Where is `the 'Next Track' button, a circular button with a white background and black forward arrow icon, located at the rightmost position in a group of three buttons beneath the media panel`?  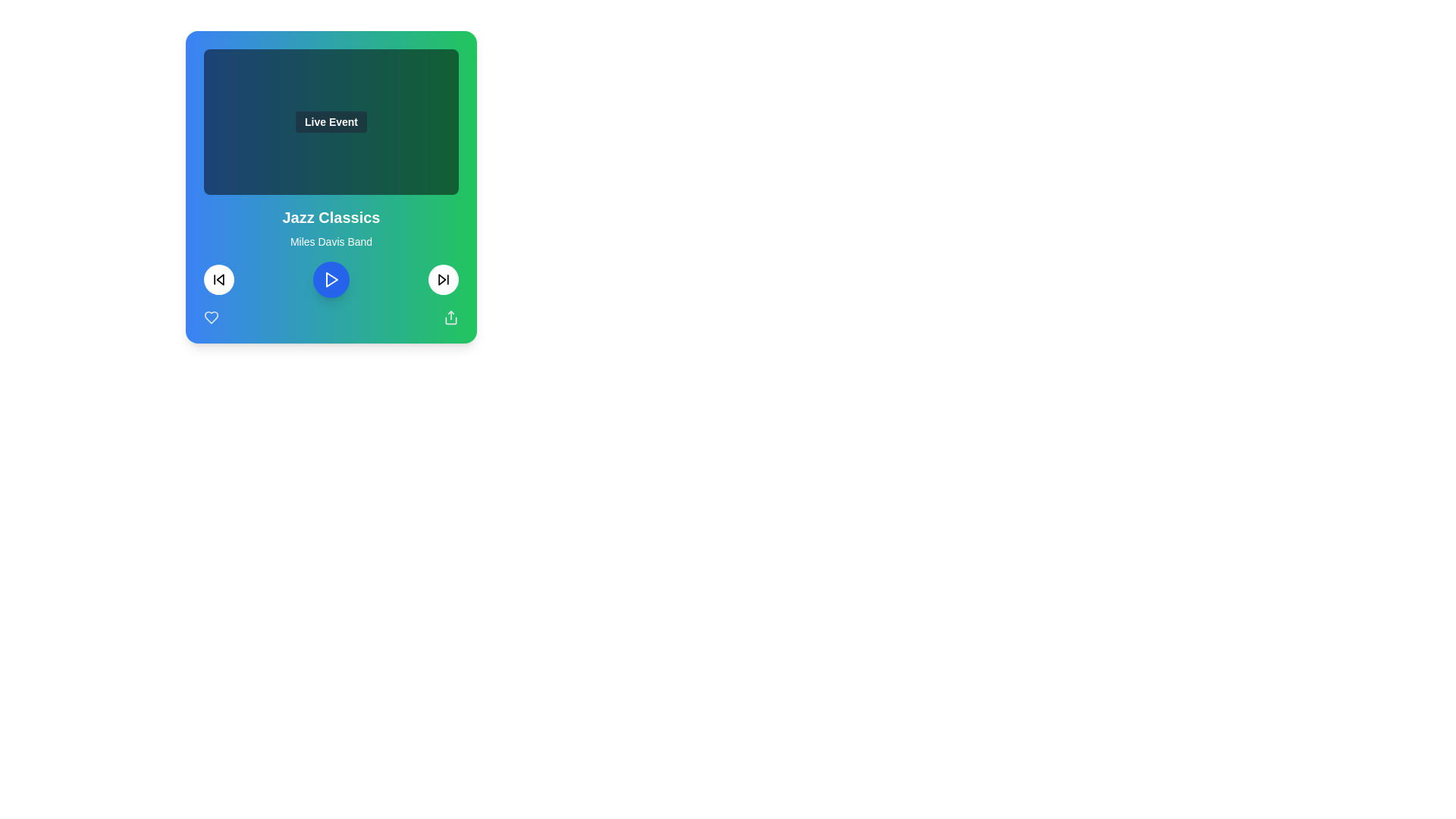 the 'Next Track' button, a circular button with a white background and black forward arrow icon, located at the rightmost position in a group of three buttons beneath the media panel is located at coordinates (443, 280).